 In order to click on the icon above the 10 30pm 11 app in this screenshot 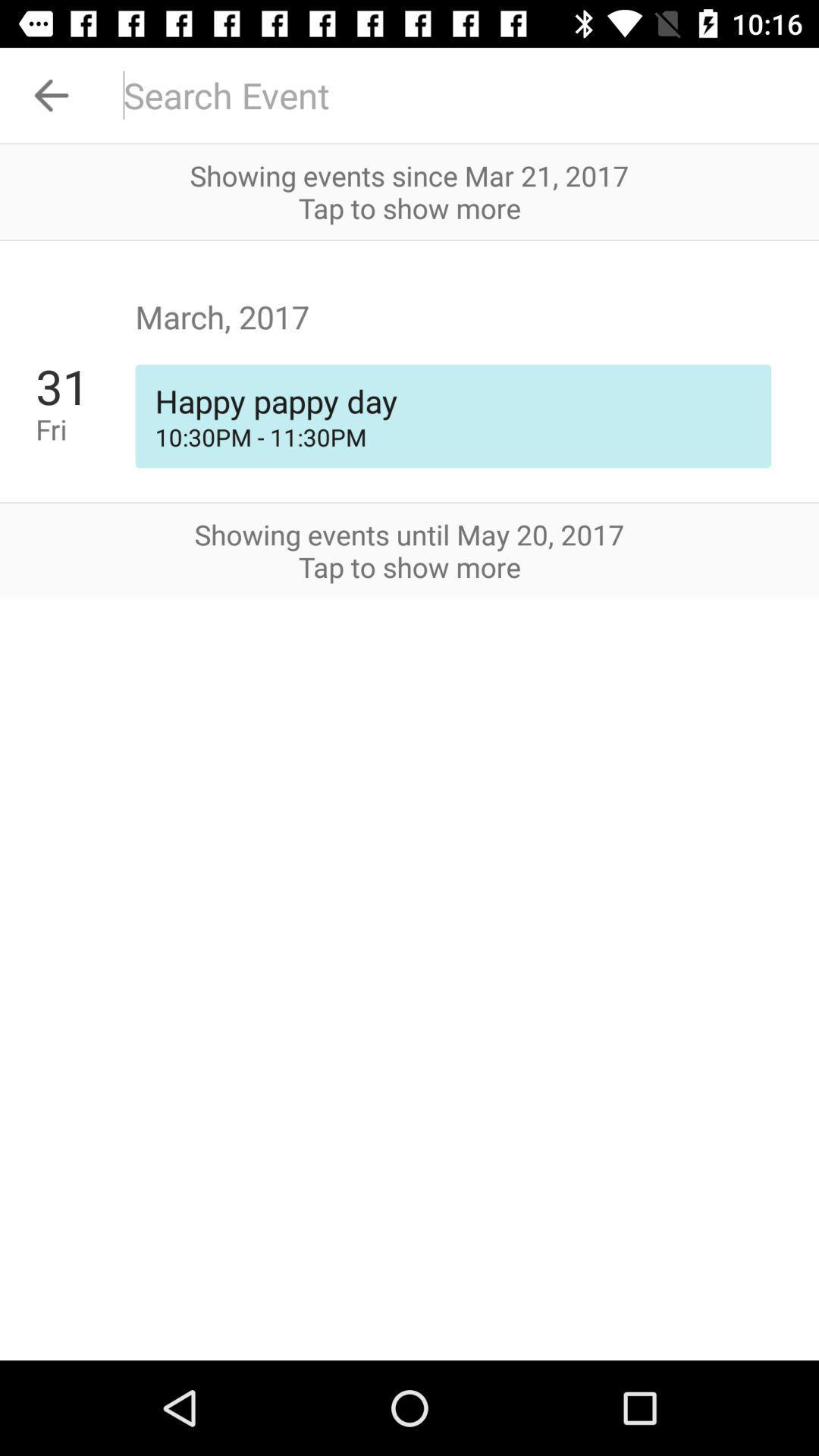, I will do `click(85, 386)`.